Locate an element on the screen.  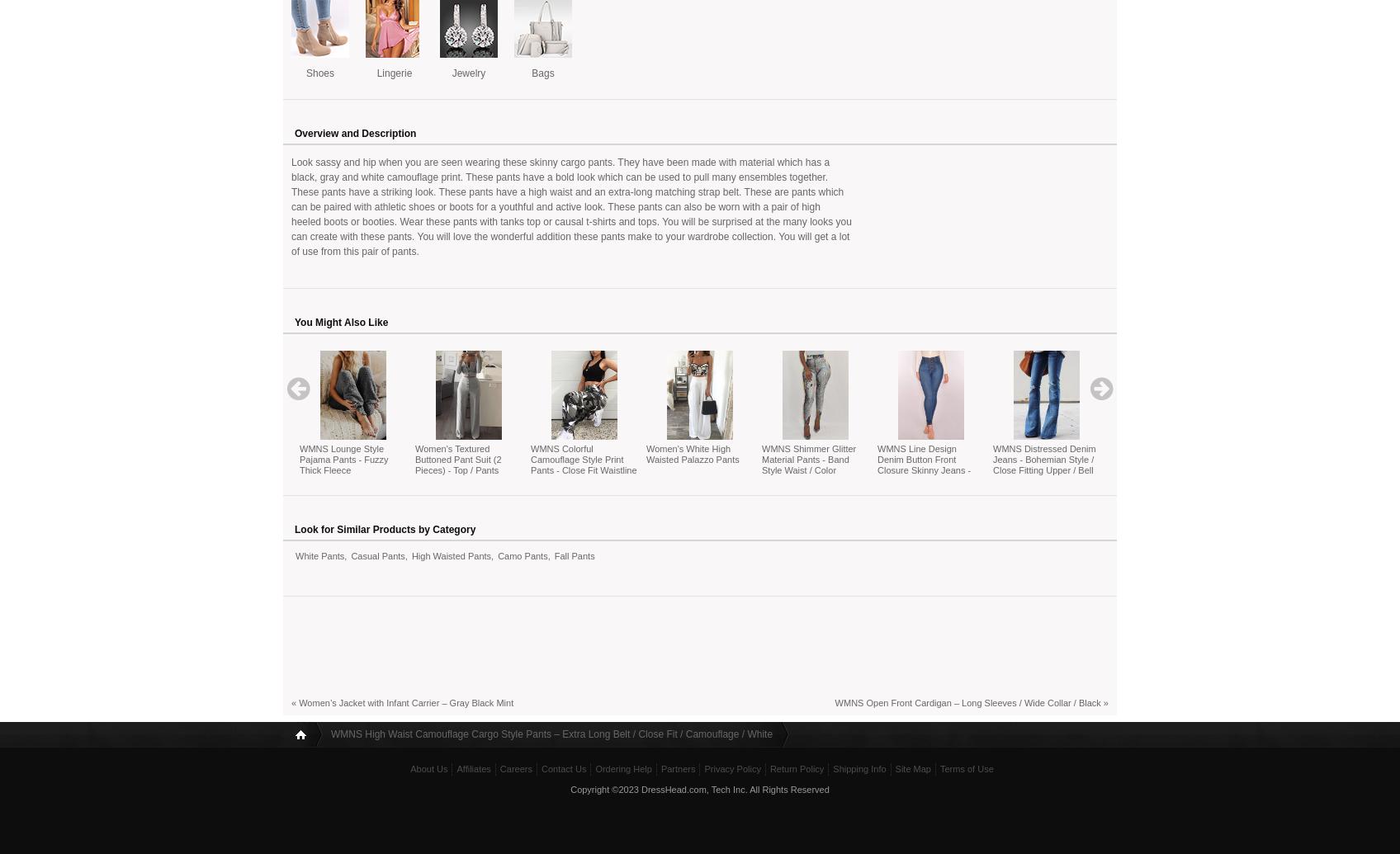
'Site Map' is located at coordinates (911, 768).